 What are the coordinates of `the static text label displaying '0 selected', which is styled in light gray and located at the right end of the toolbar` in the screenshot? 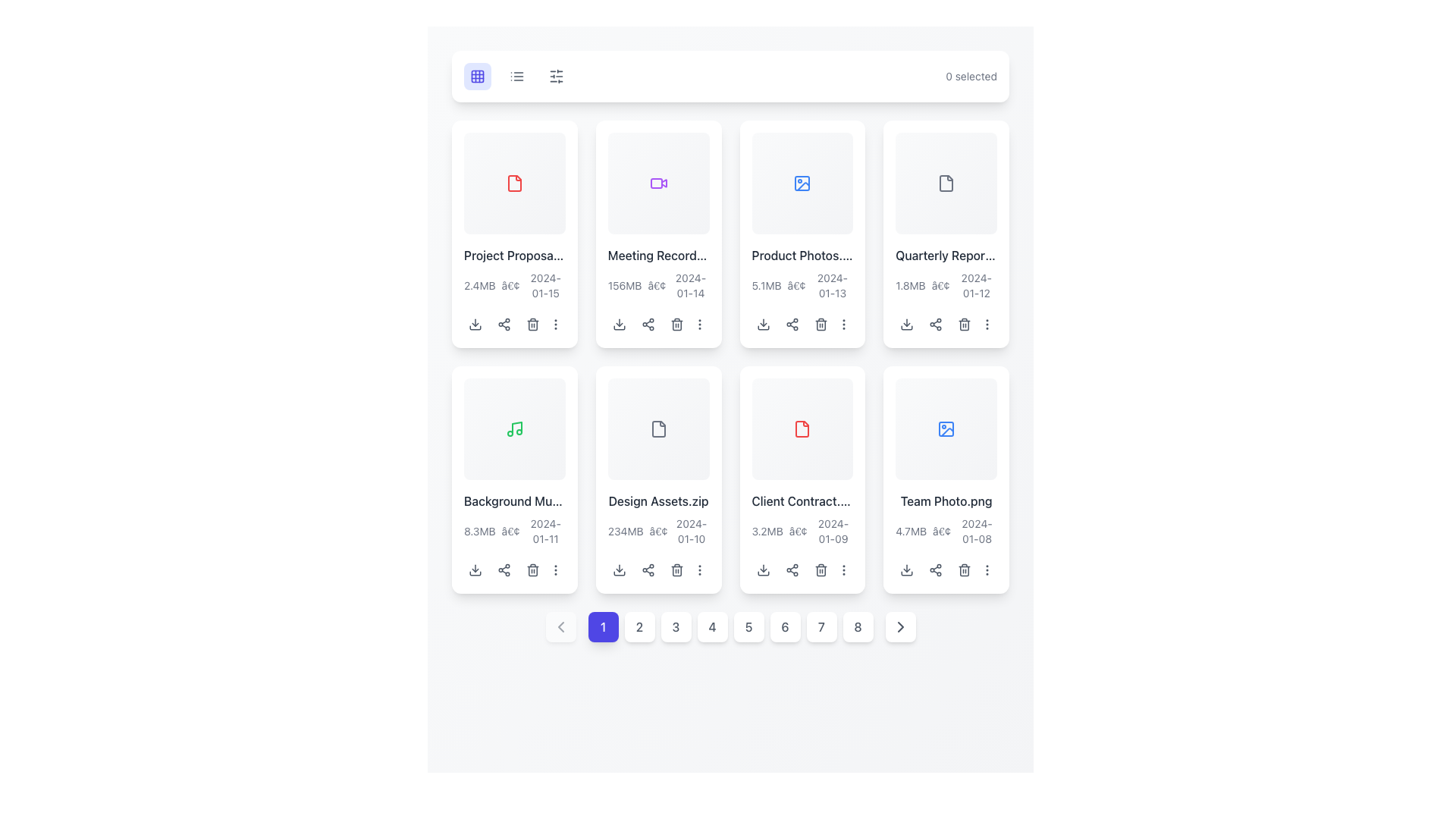 It's located at (971, 76).